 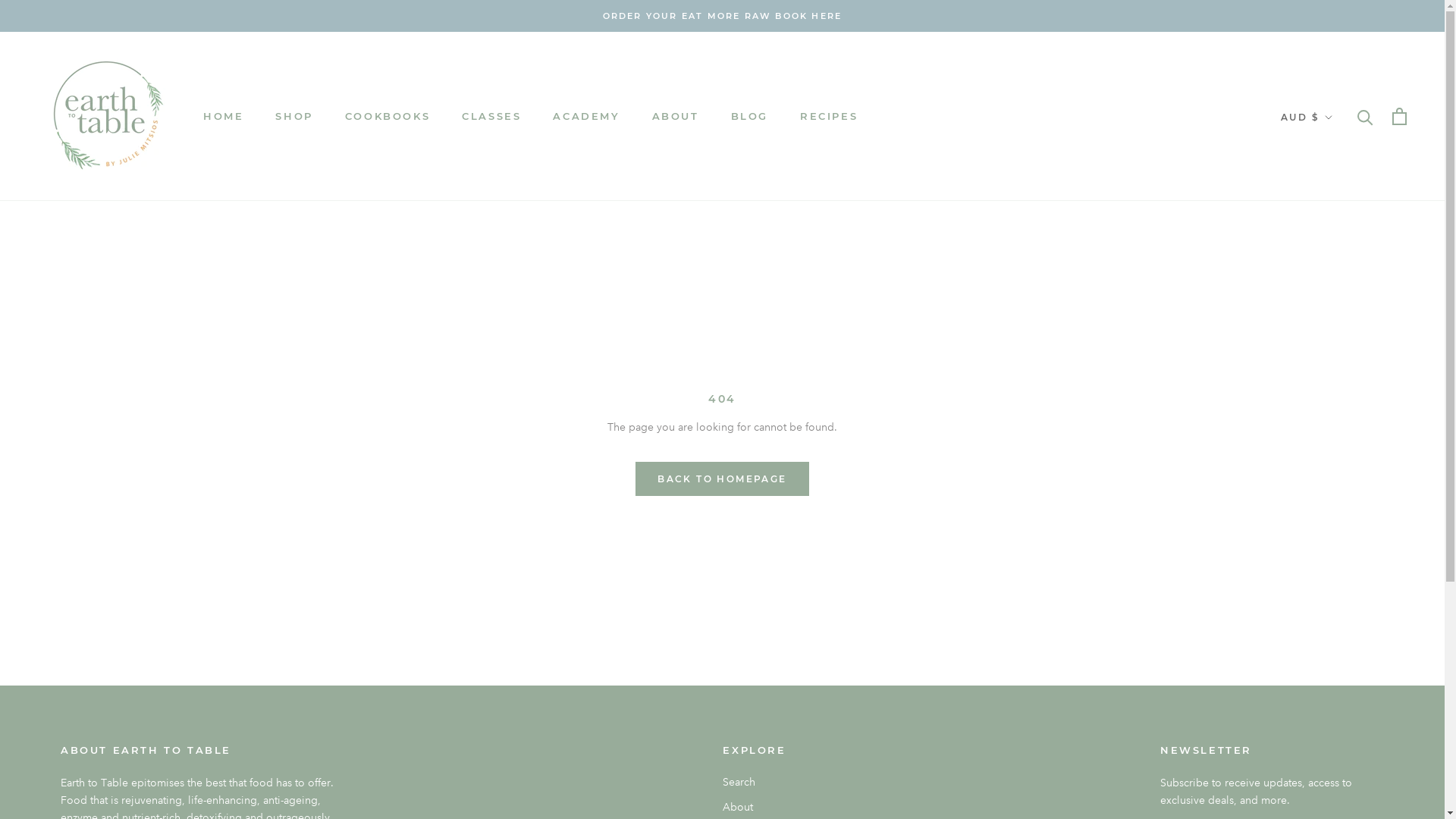 I want to click on 'COOKBOOKS', so click(x=387, y=115).